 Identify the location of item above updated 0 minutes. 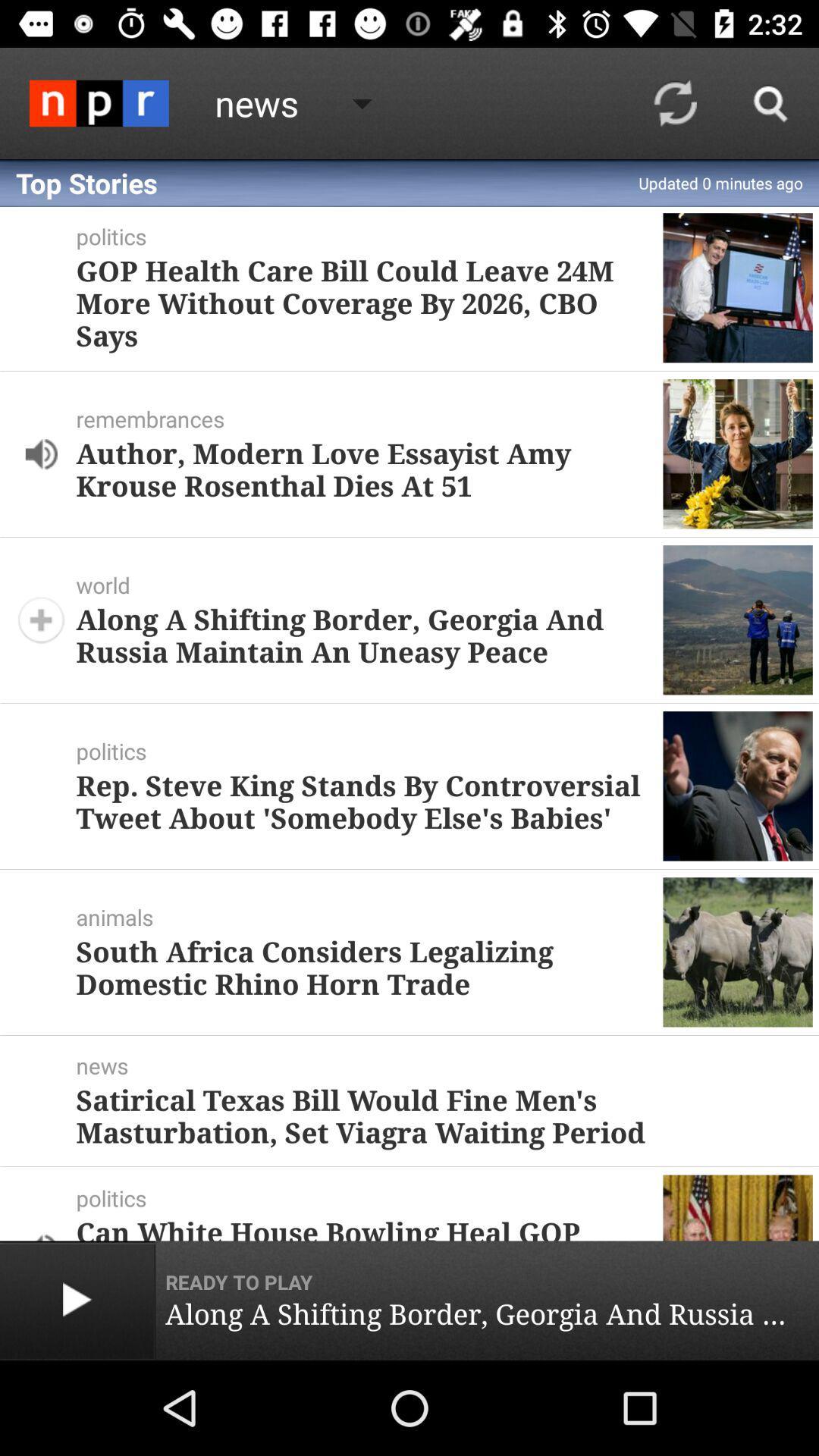
(771, 102).